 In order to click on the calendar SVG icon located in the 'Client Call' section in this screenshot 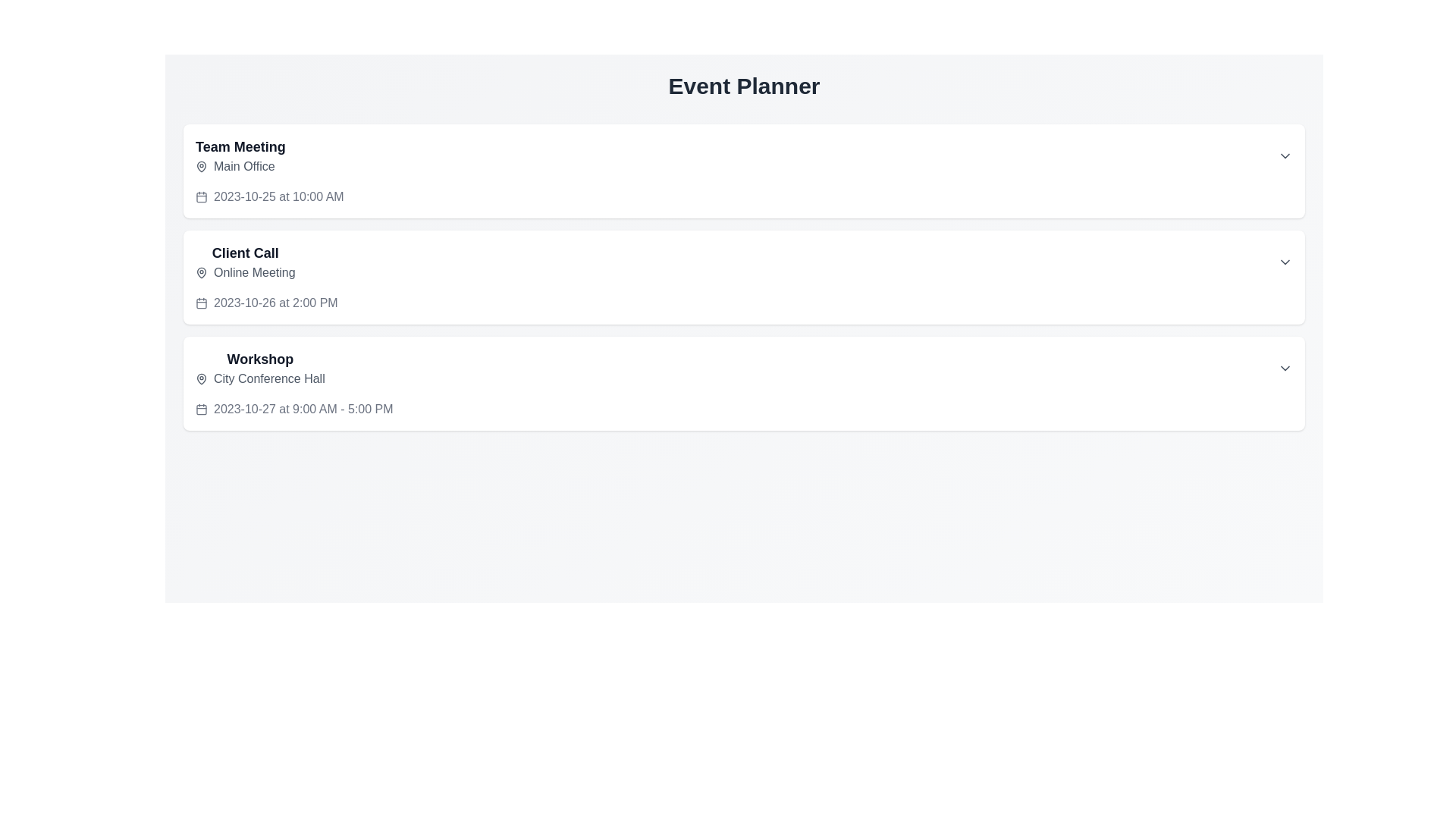, I will do `click(200, 303)`.